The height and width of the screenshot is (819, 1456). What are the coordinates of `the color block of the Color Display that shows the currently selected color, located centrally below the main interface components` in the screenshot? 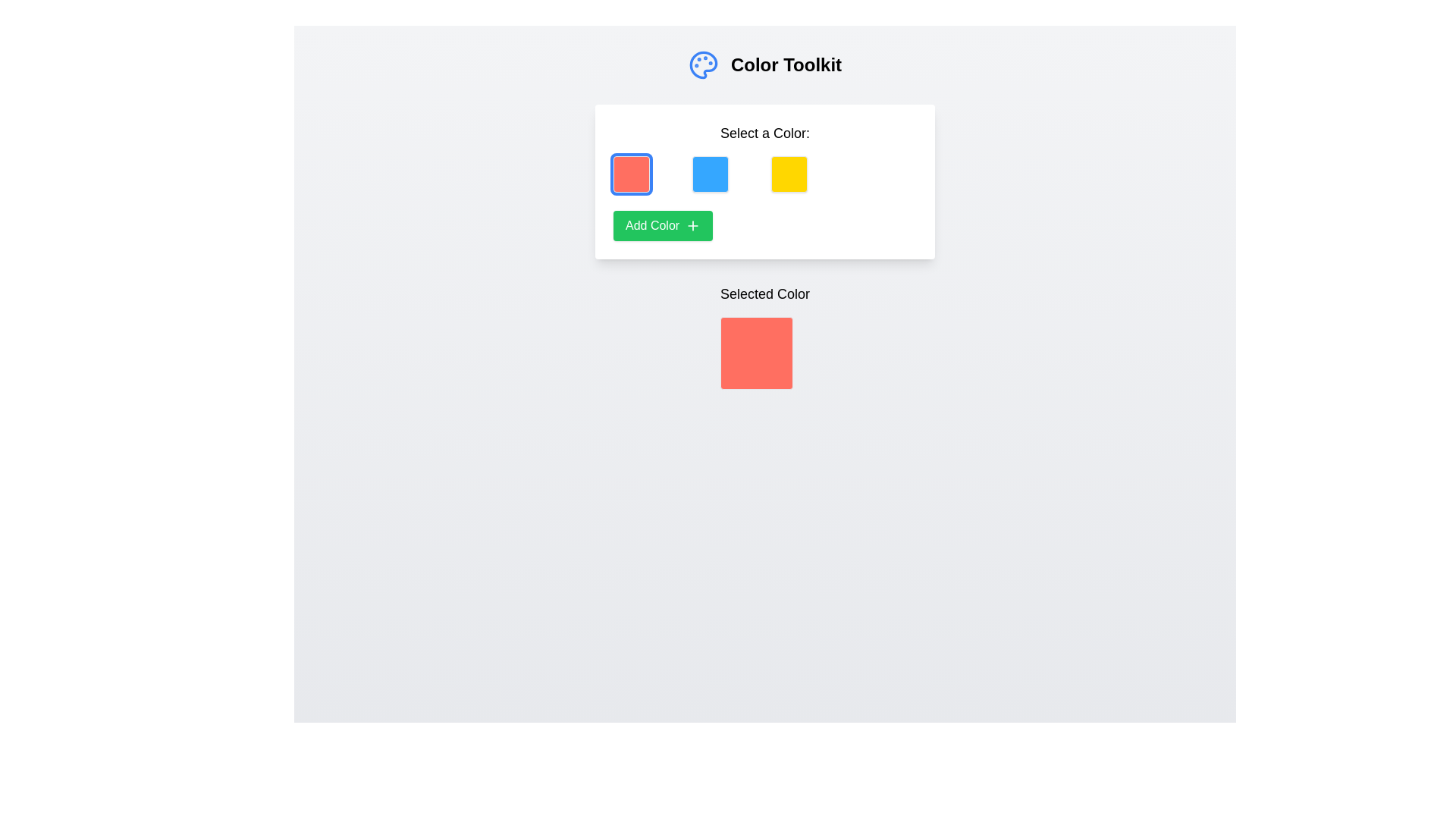 It's located at (764, 335).